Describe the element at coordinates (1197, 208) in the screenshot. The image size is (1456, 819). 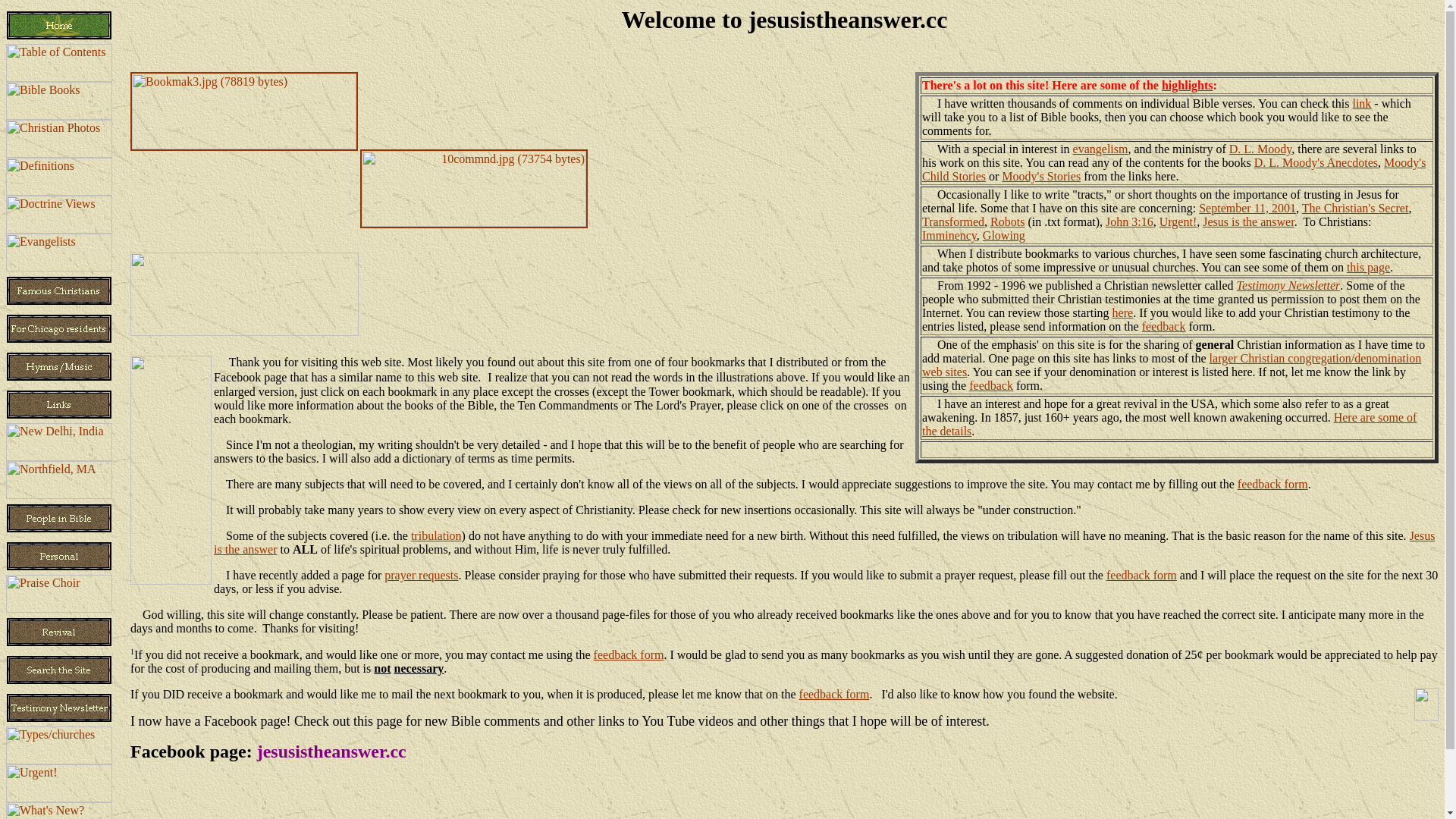
I see `'September 11, 2001'` at that location.